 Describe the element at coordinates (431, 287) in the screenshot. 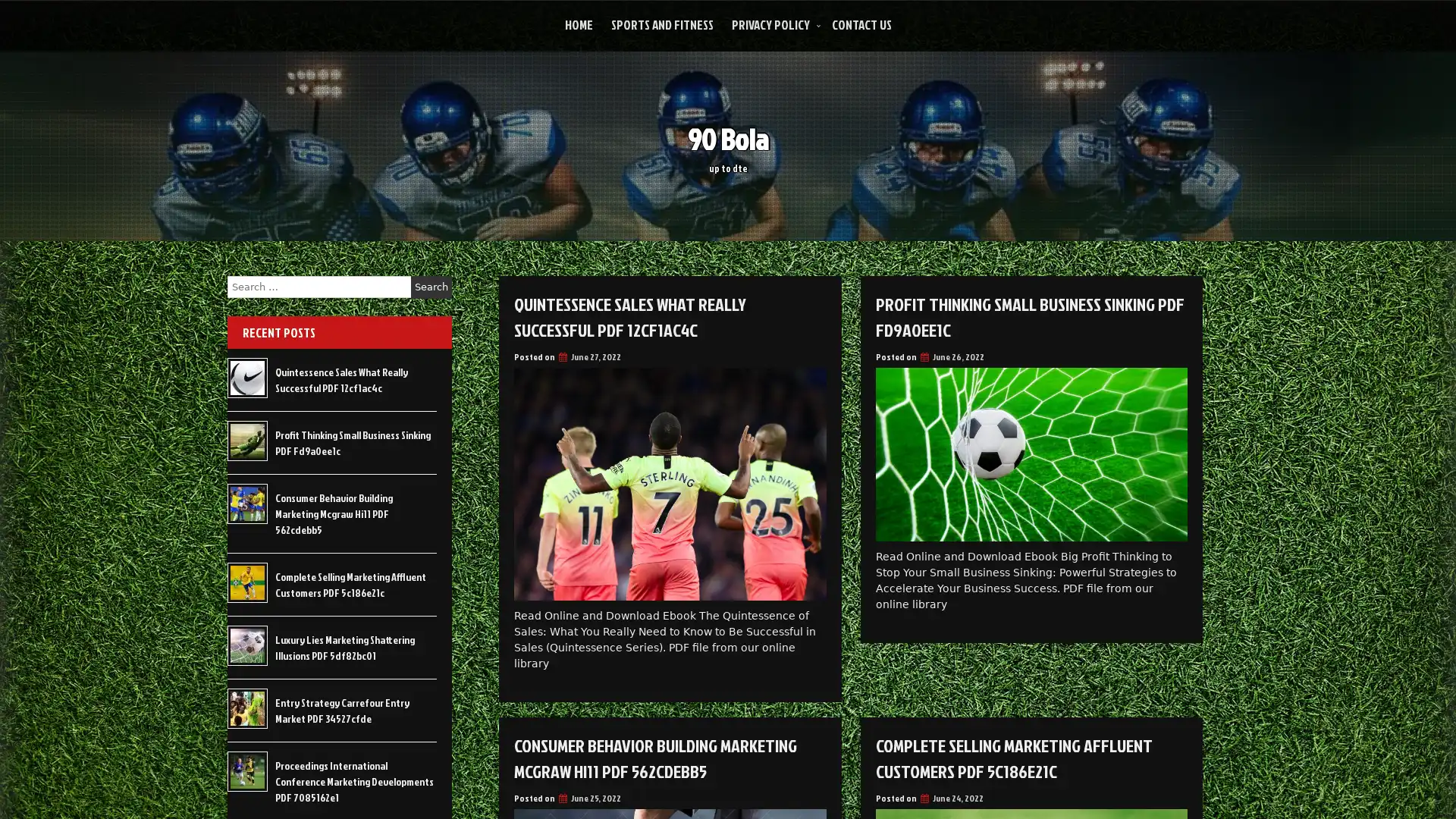

I see `Search` at that location.